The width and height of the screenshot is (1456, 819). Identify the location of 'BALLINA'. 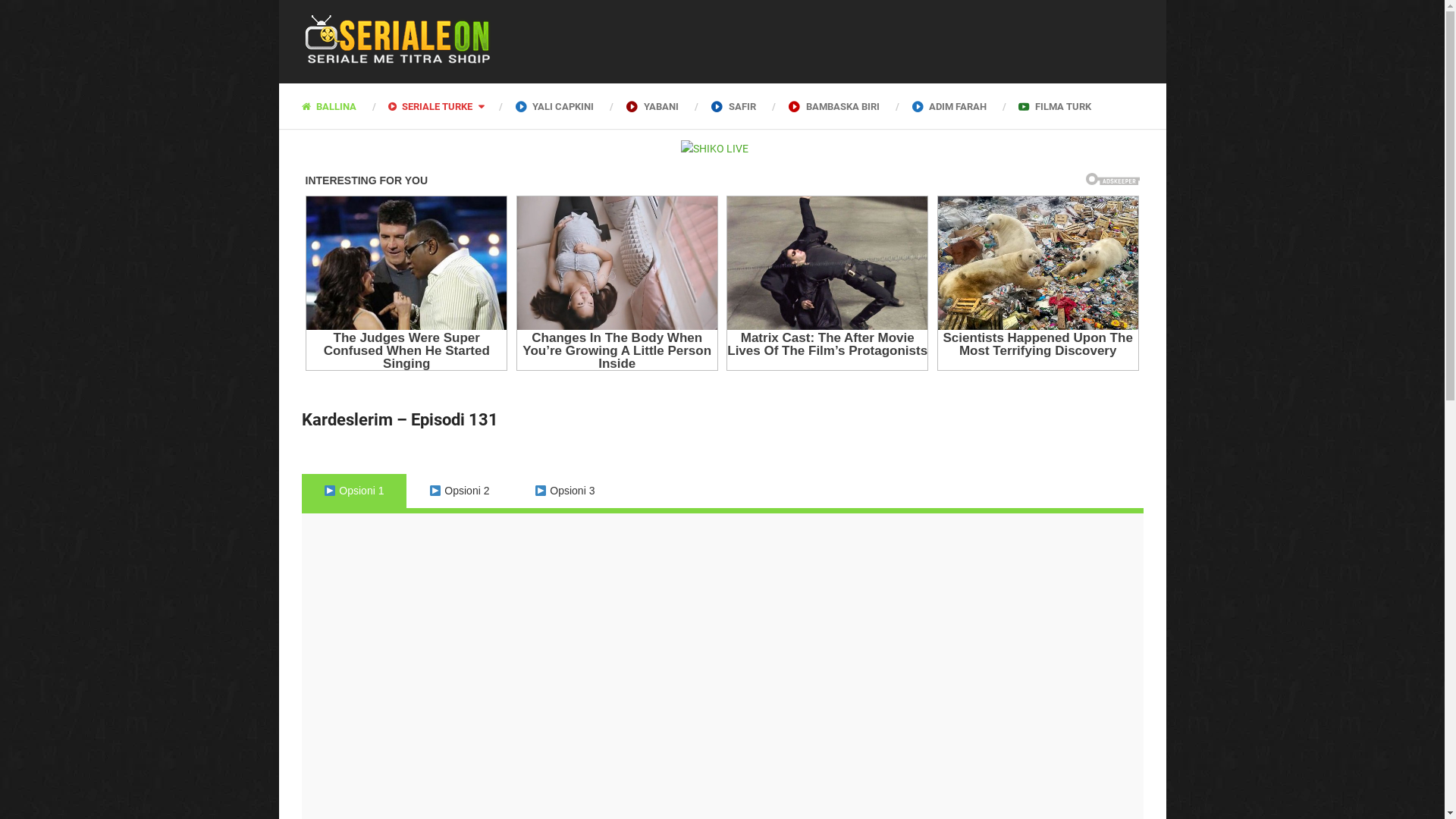
(336, 105).